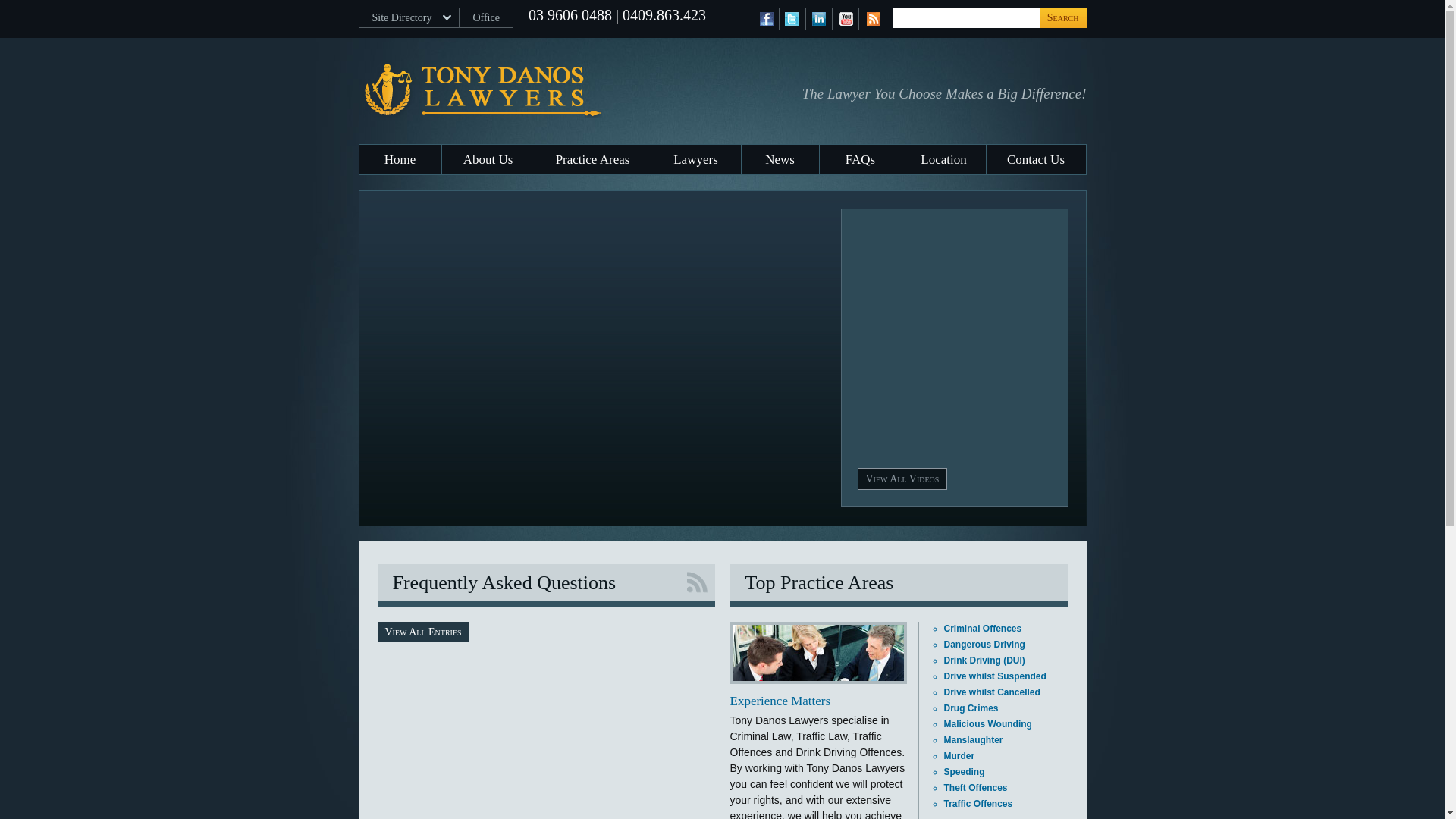  What do you see at coordinates (1034, 159) in the screenshot?
I see `'Contact Us'` at bounding box center [1034, 159].